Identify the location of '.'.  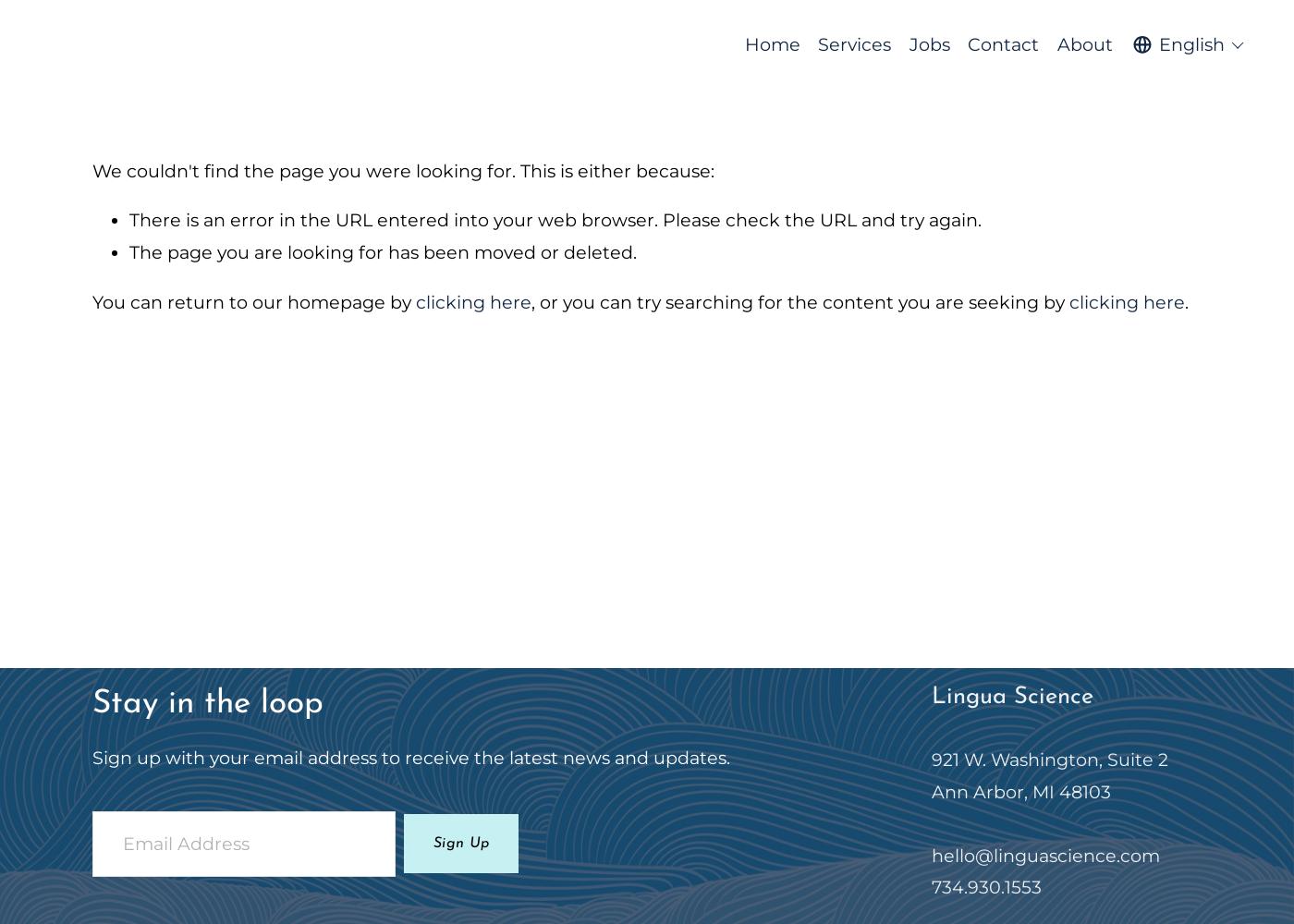
(1186, 300).